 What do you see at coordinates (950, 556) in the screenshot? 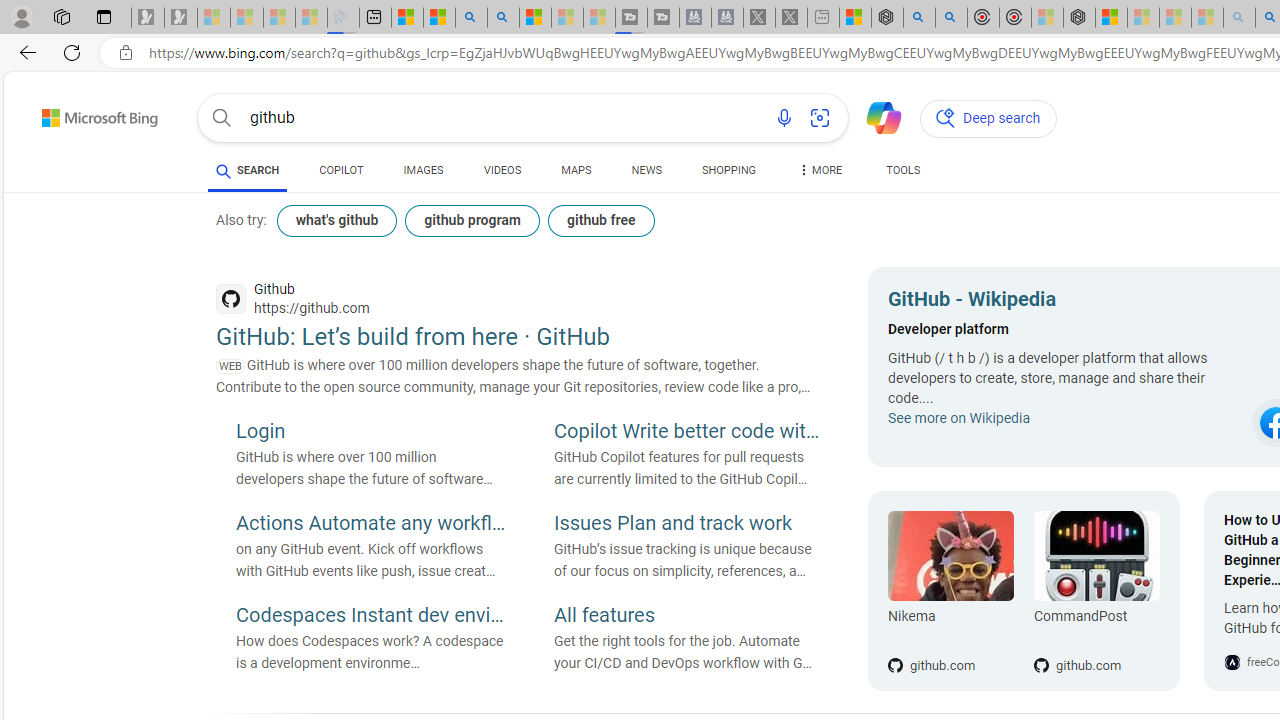
I see `'Nikema'` at bounding box center [950, 556].